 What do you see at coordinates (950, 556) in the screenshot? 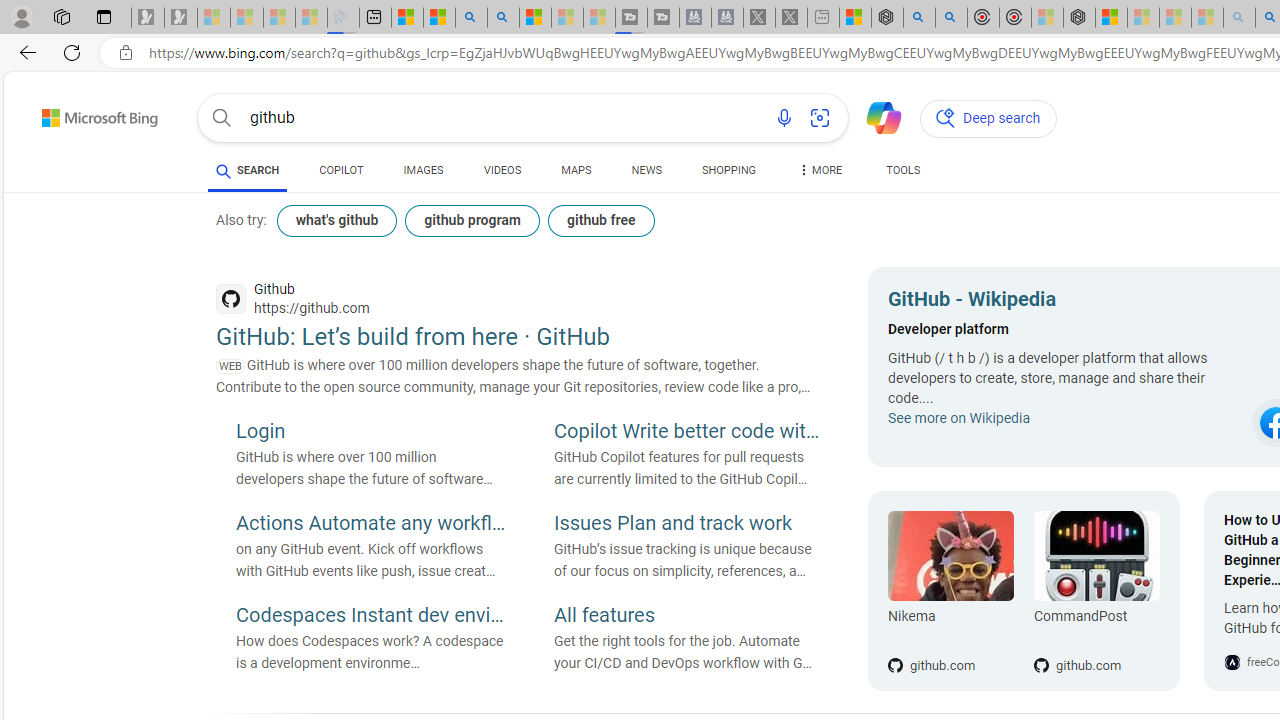
I see `'Nikema'` at bounding box center [950, 556].